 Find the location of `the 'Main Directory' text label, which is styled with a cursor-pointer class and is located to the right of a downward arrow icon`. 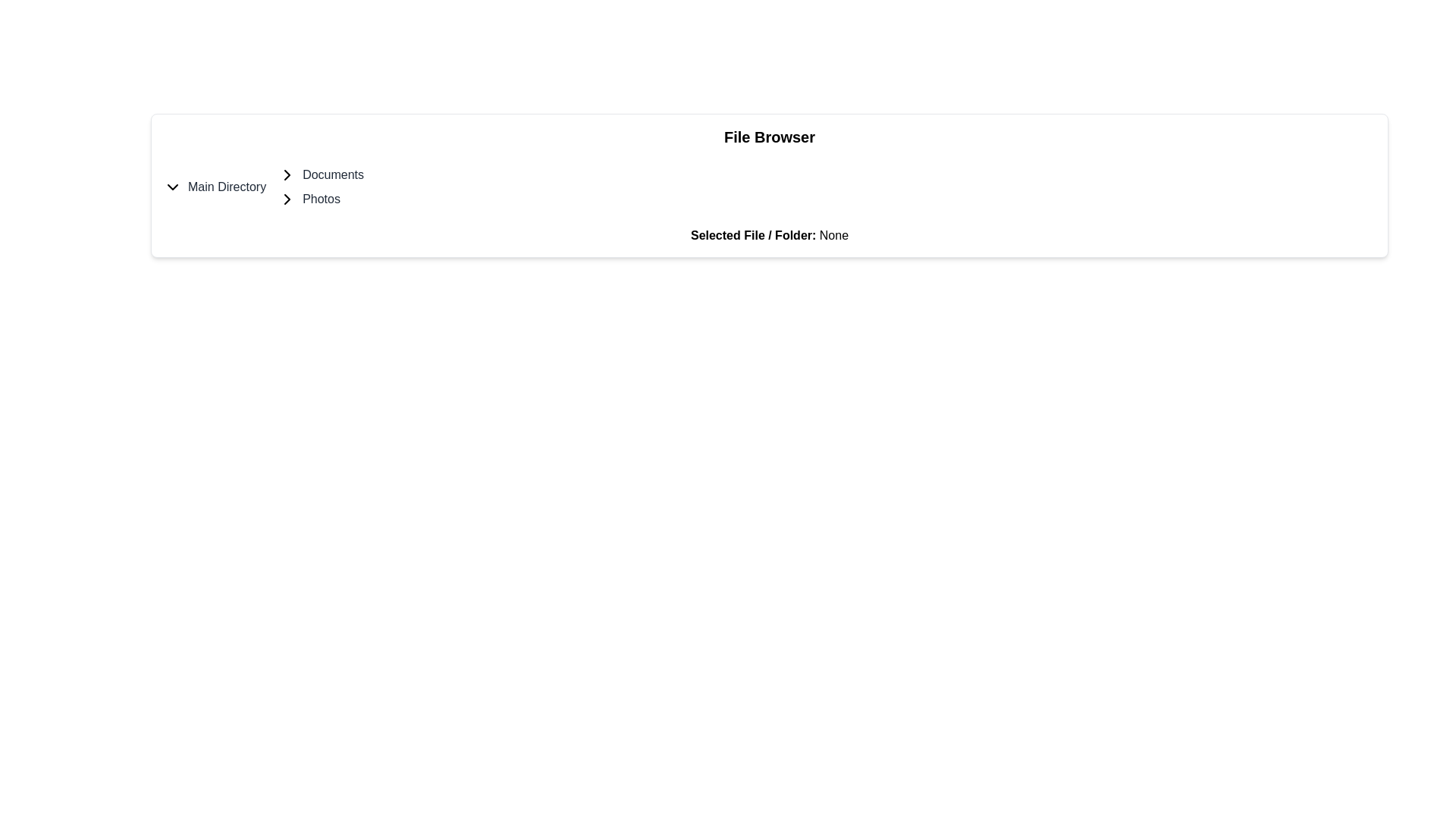

the 'Main Directory' text label, which is styled with a cursor-pointer class and is located to the right of a downward arrow icon is located at coordinates (226, 186).